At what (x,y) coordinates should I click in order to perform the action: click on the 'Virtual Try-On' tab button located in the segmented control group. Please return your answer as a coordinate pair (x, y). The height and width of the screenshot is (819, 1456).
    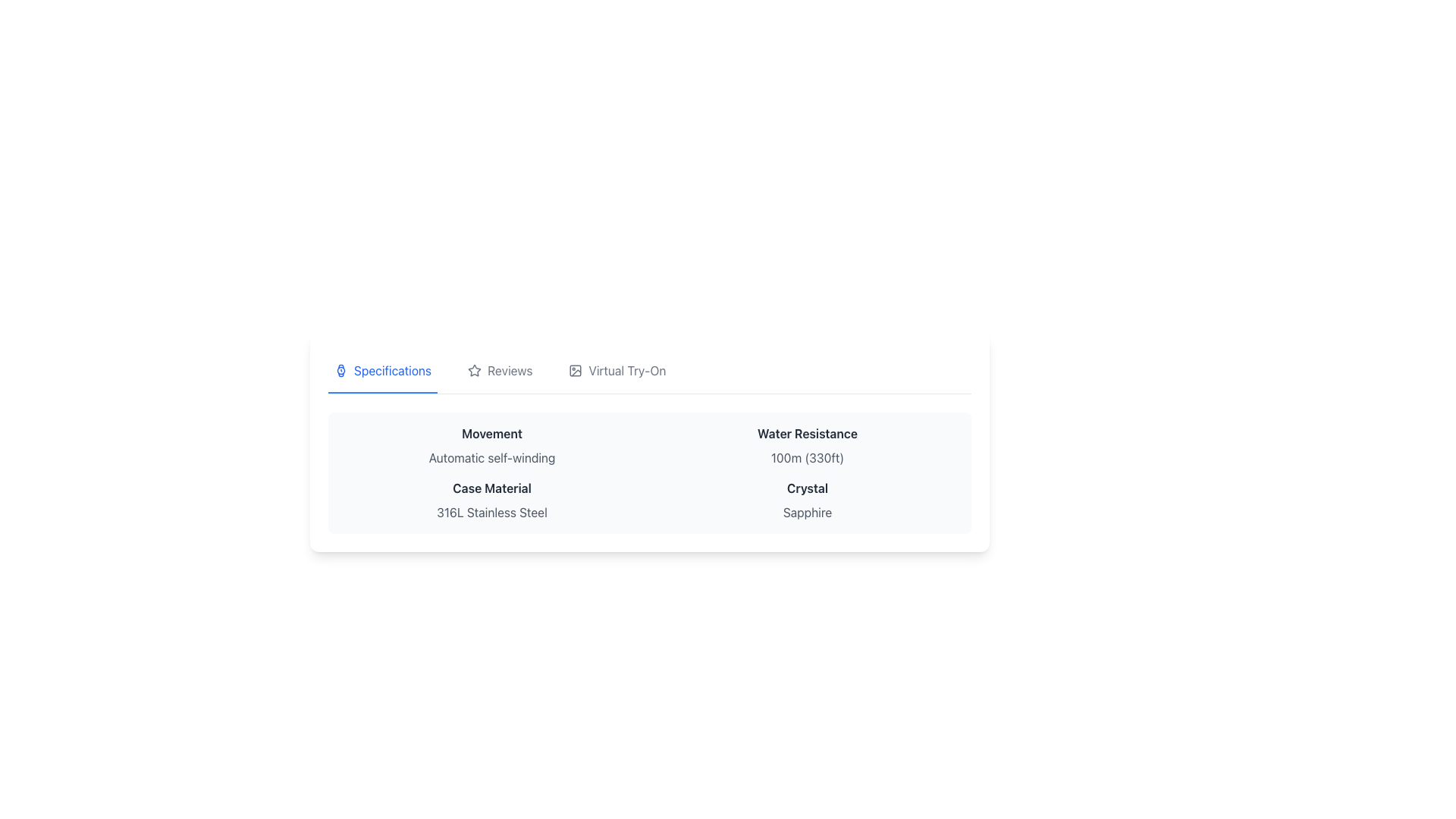
    Looking at the image, I should click on (650, 371).